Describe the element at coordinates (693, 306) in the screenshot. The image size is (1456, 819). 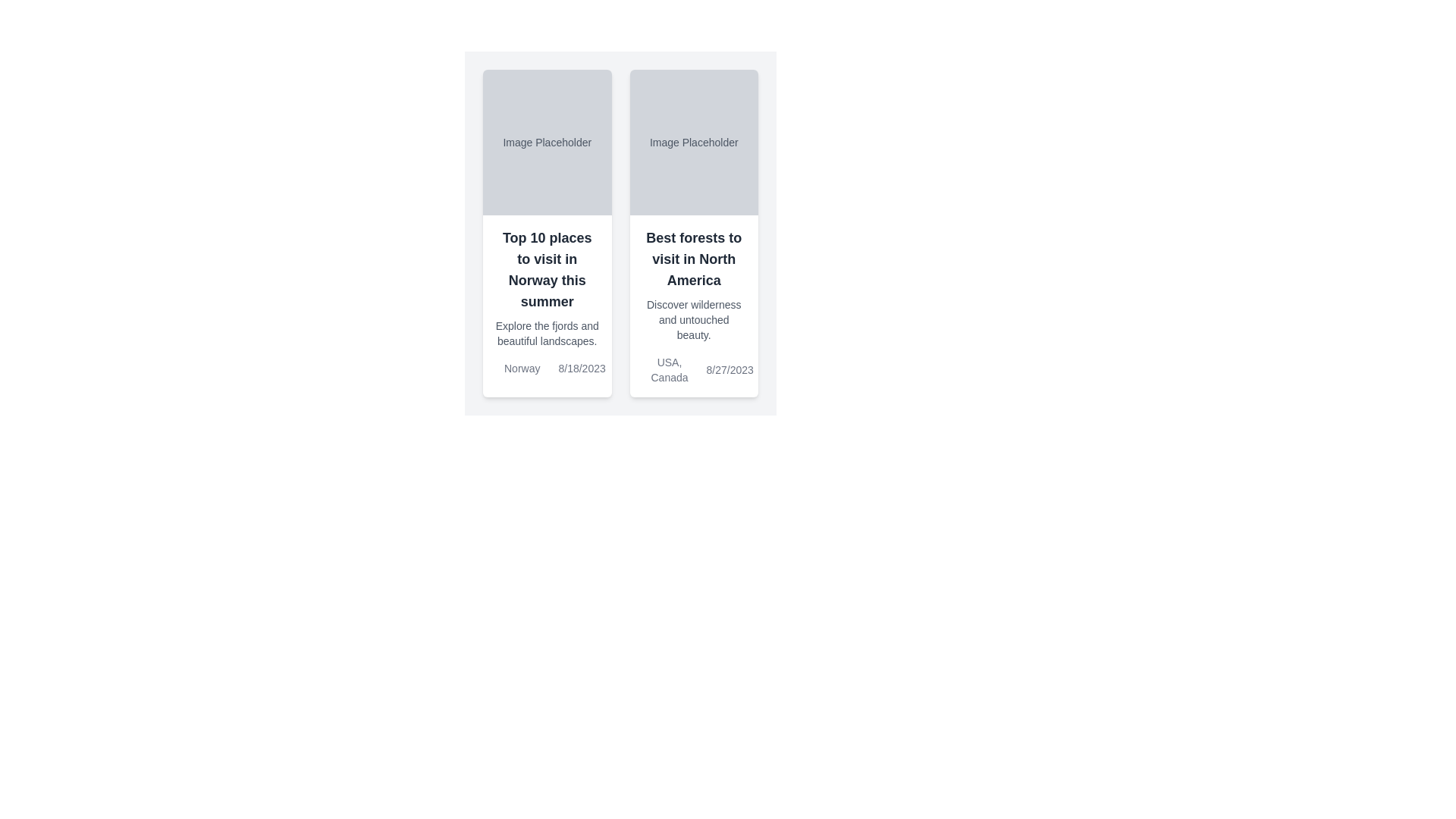
I see `textual content of the text block containing the title 'Best forests to visit in North America', subtitle 'Discover wilderness and untouched beauty', and footer details 'USA, Canada' and date '8/27/2023'` at that location.